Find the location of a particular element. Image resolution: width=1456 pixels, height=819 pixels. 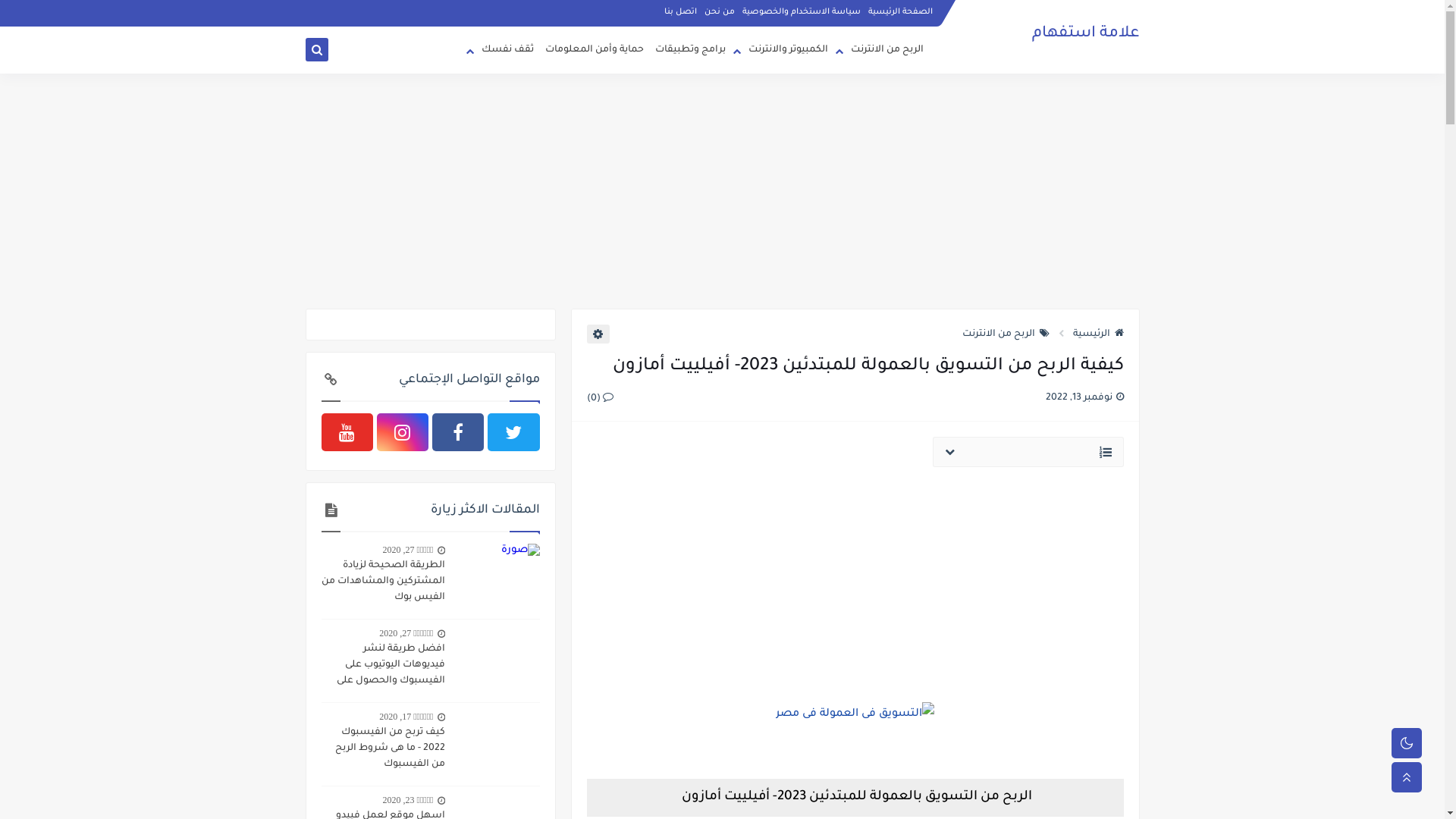

'(0)' is located at coordinates (599, 397).